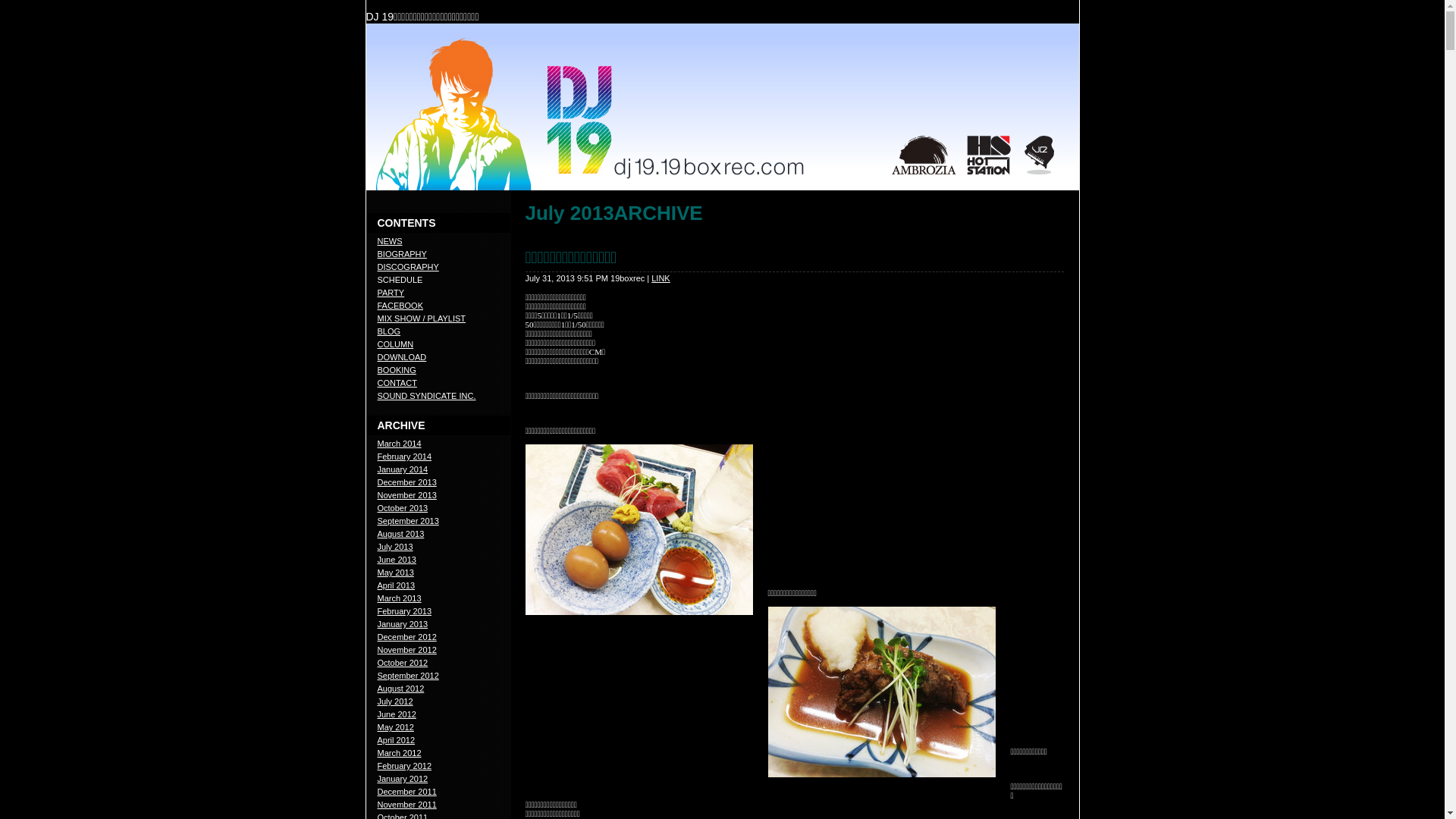 The height and width of the screenshot is (819, 1456). I want to click on 'April 2012', so click(397, 739).